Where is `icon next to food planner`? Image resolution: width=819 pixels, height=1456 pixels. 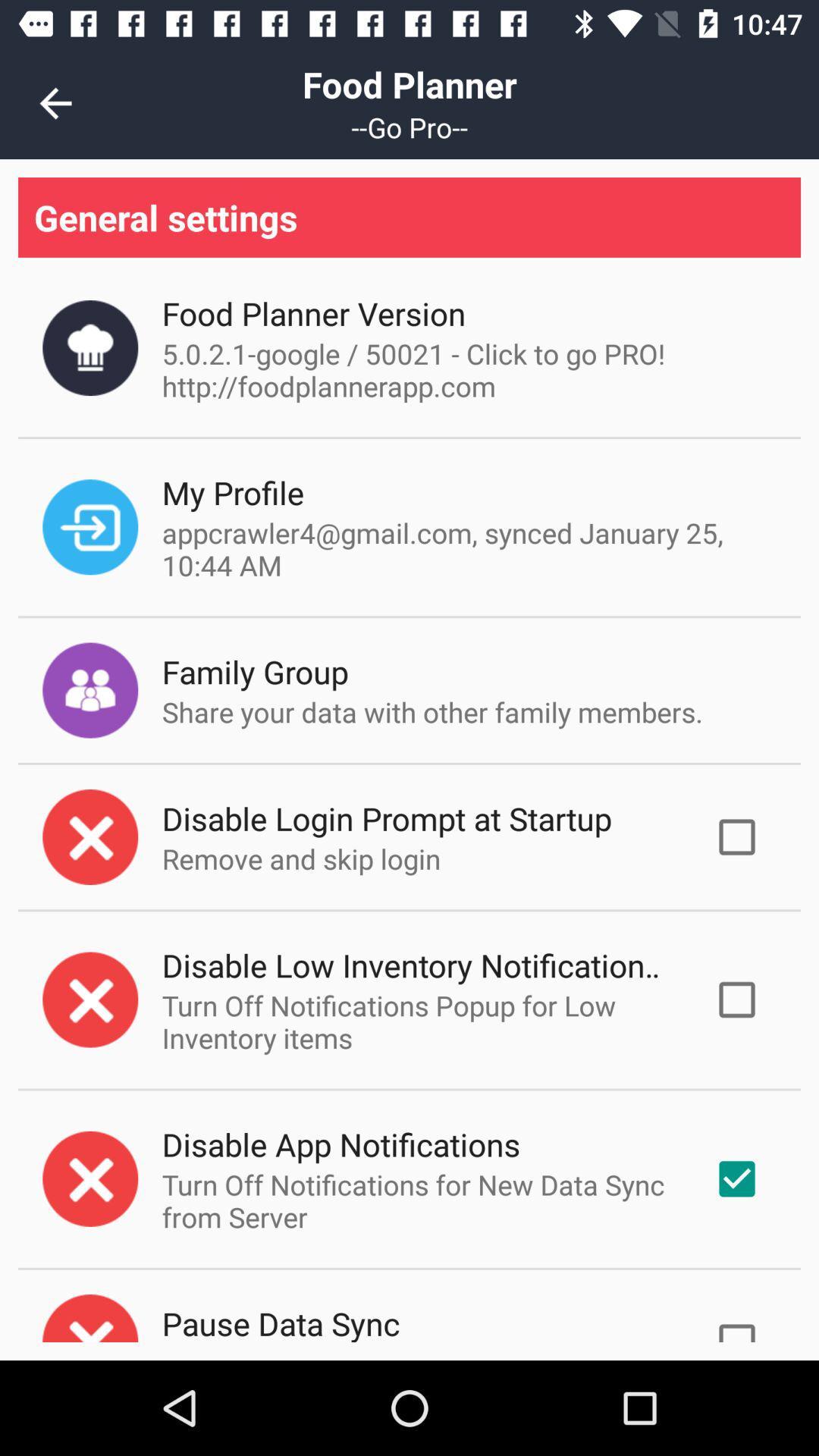 icon next to food planner is located at coordinates (55, 102).